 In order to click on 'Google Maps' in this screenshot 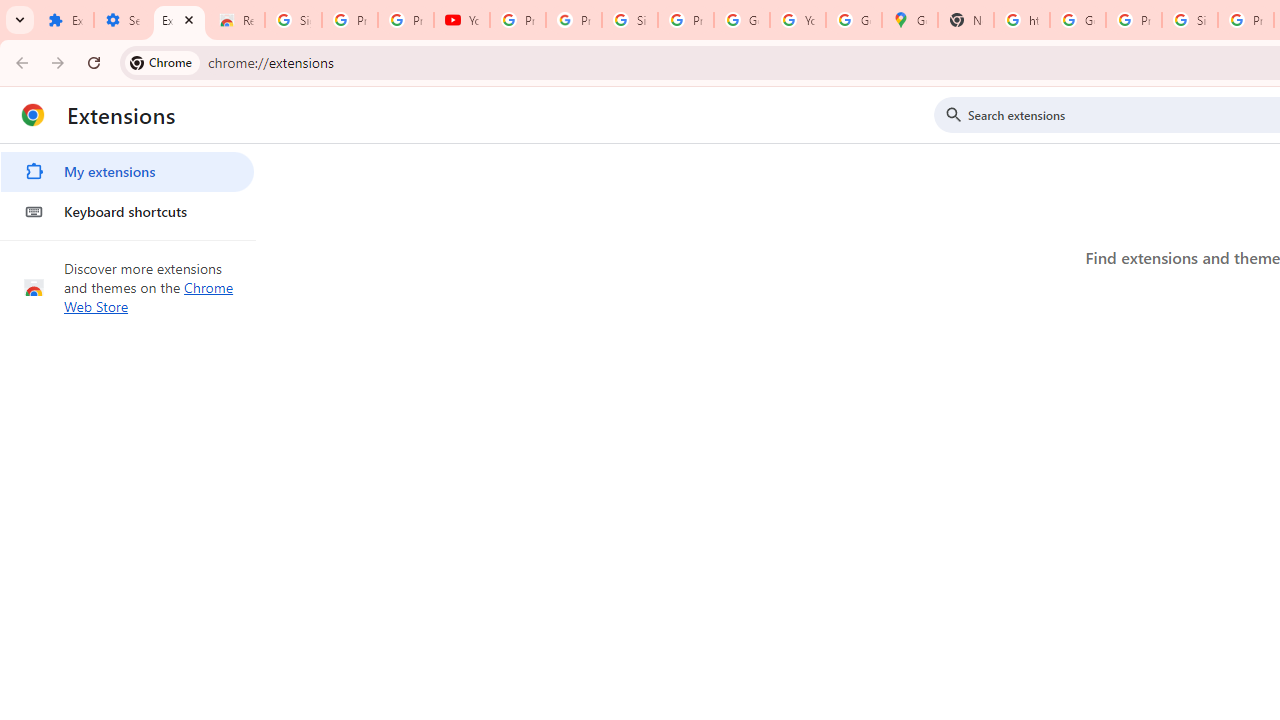, I will do `click(909, 20)`.